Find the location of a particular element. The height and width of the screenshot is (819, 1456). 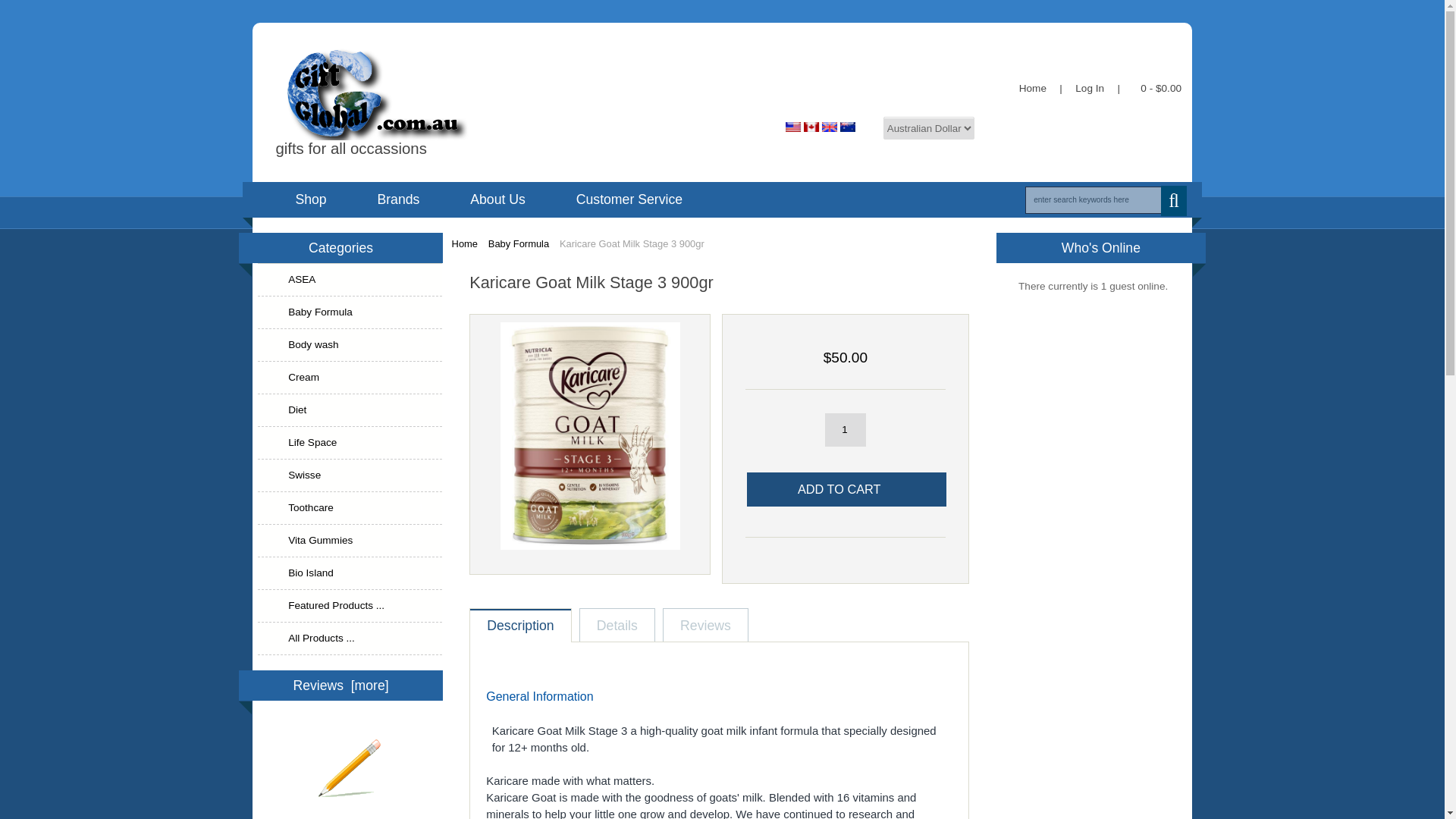

'Cream is located at coordinates (349, 377).